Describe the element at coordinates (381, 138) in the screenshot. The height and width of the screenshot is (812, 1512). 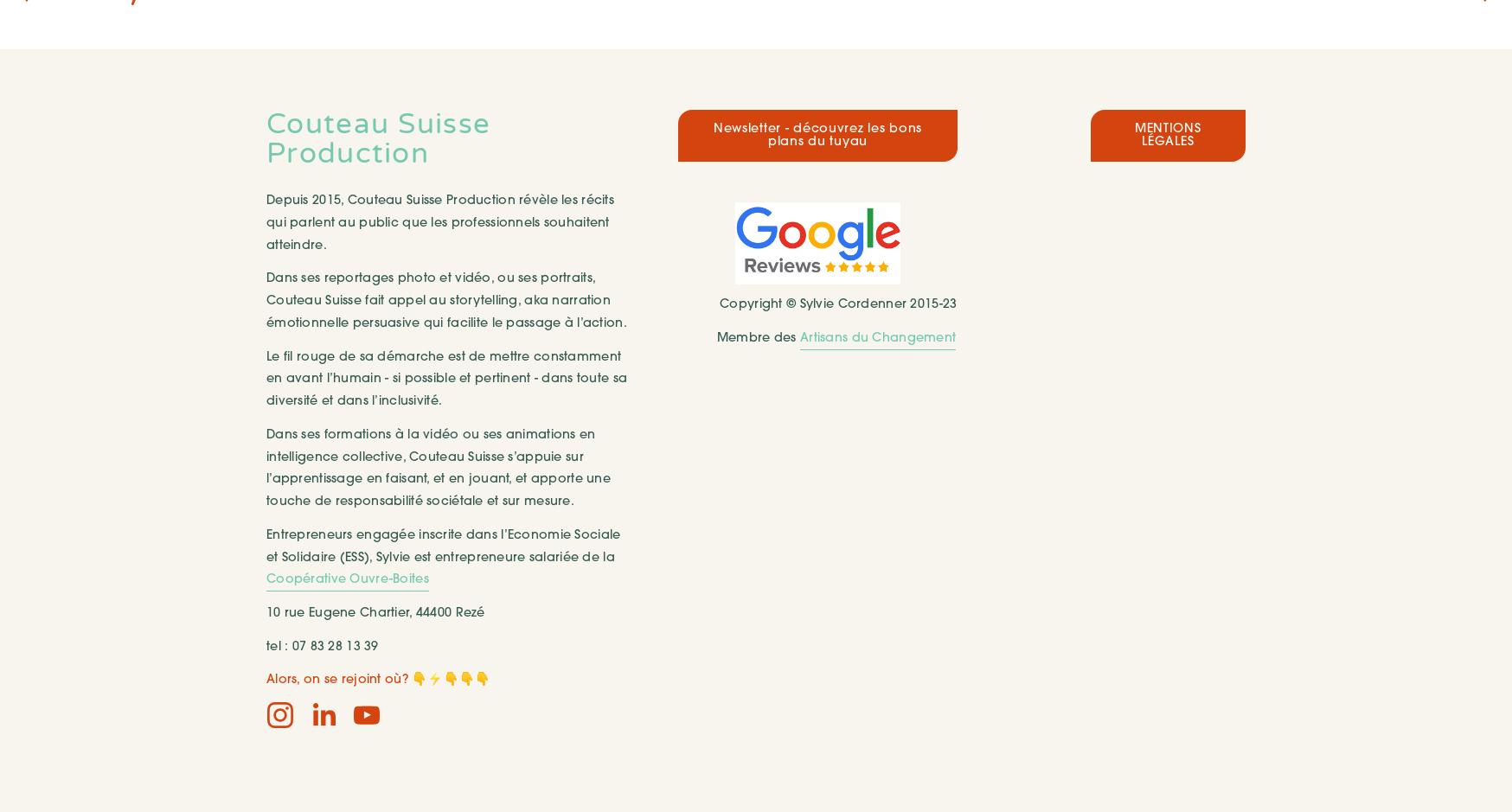
I see `'Couteau Suisse Production'` at that location.